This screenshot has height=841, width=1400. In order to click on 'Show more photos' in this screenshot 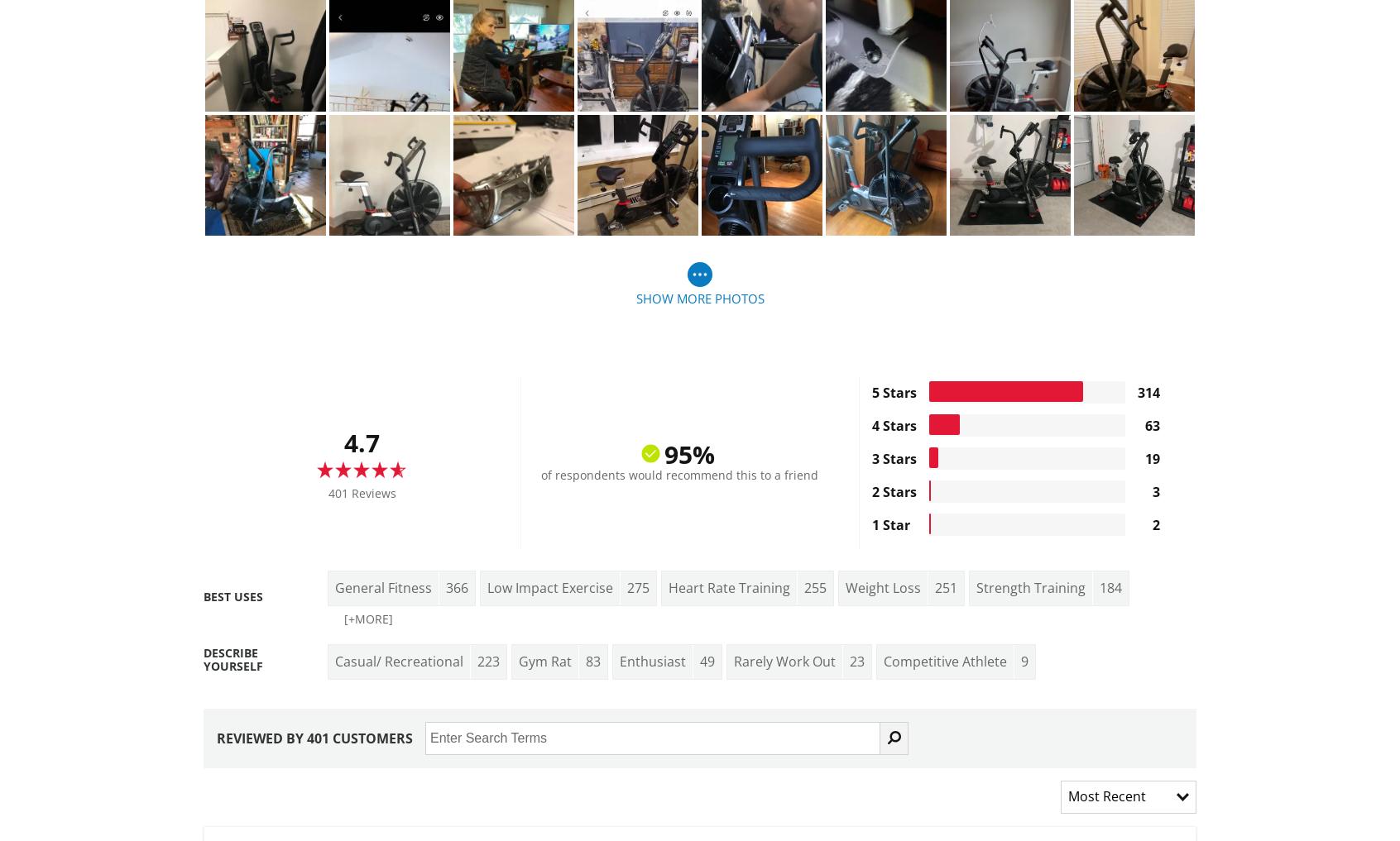, I will do `click(699, 297)`.